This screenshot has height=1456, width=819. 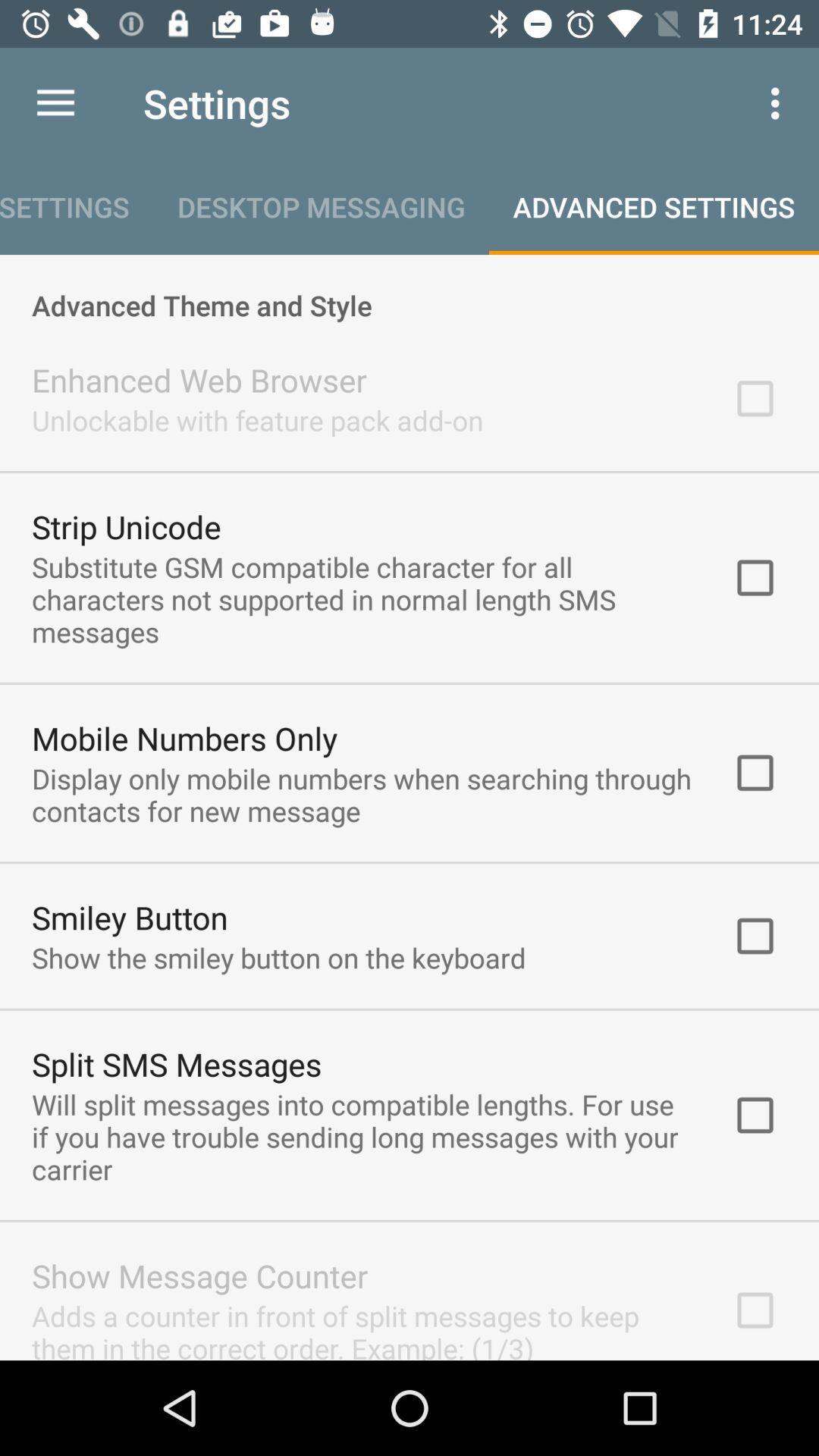 What do you see at coordinates (362, 598) in the screenshot?
I see `item below the strip unicode icon` at bounding box center [362, 598].